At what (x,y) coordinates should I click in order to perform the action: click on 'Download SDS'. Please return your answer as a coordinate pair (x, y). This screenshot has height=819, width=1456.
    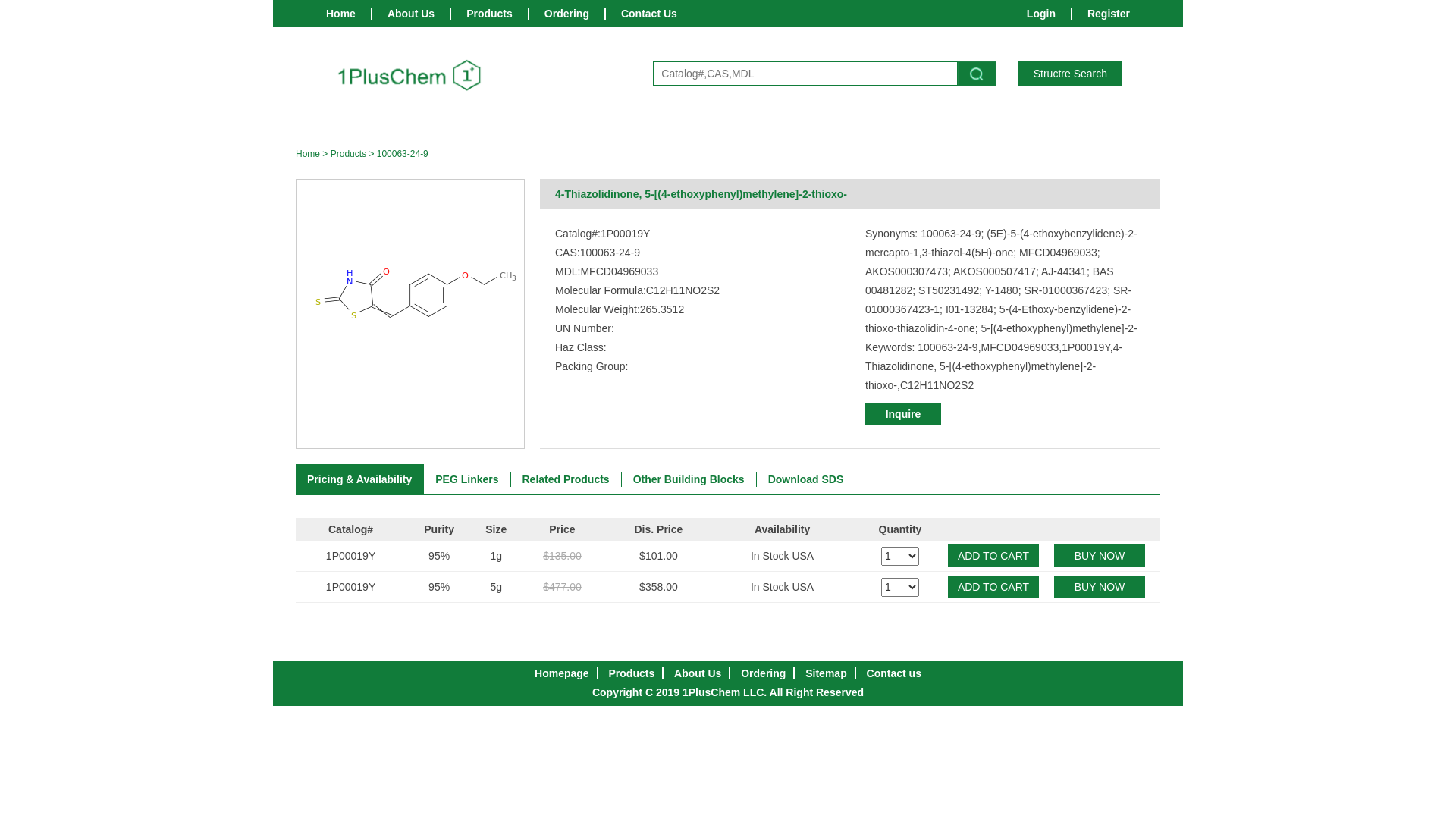
    Looking at the image, I should click on (757, 479).